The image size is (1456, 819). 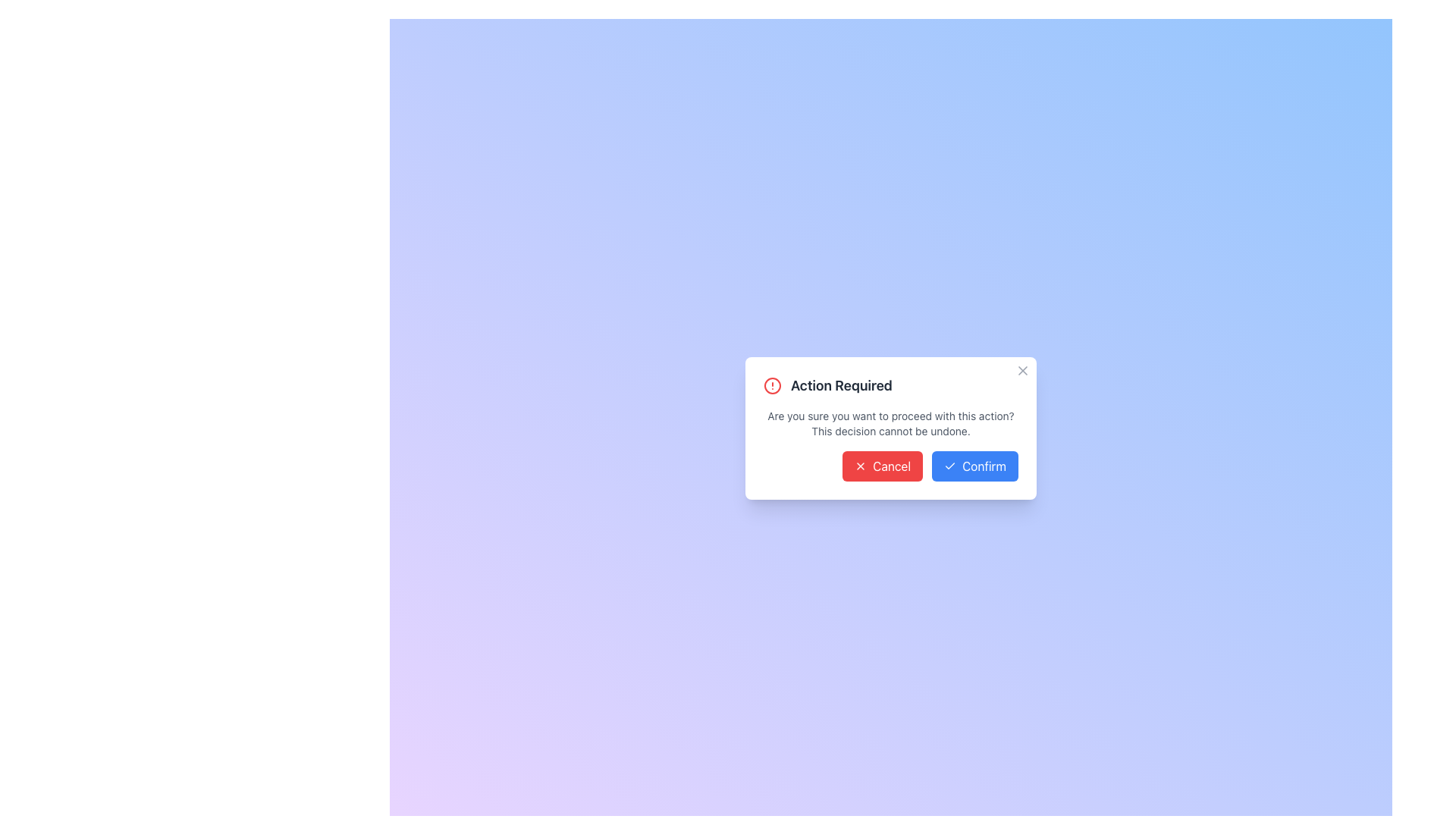 What do you see at coordinates (883, 465) in the screenshot?
I see `the cancel button located at the bottom right of the dialog box, which is to the left of the blue 'Confirm' button` at bounding box center [883, 465].